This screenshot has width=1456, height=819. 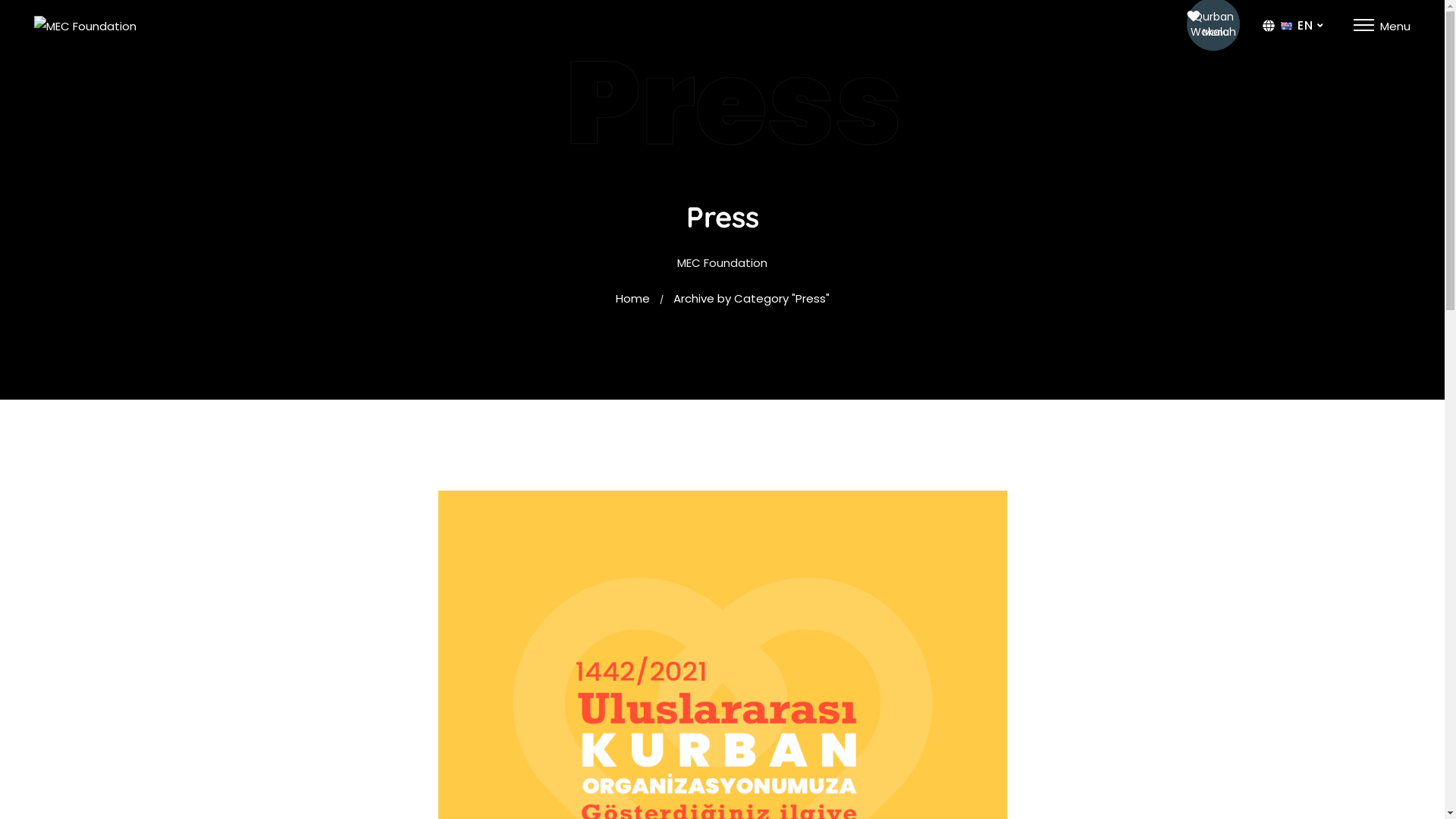 What do you see at coordinates (632, 298) in the screenshot?
I see `'Home'` at bounding box center [632, 298].